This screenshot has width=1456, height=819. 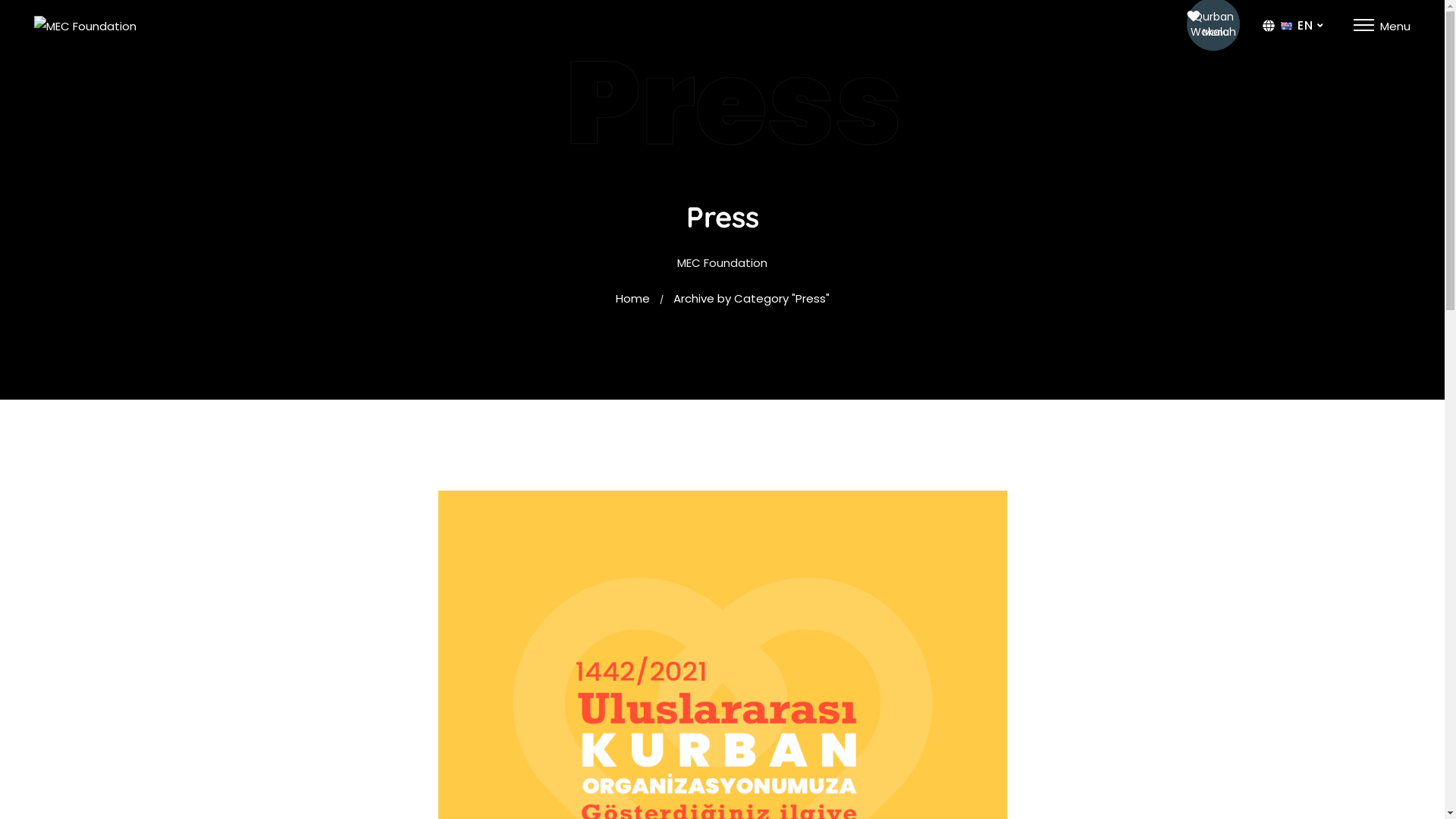 What do you see at coordinates (632, 298) in the screenshot?
I see `'Home'` at bounding box center [632, 298].